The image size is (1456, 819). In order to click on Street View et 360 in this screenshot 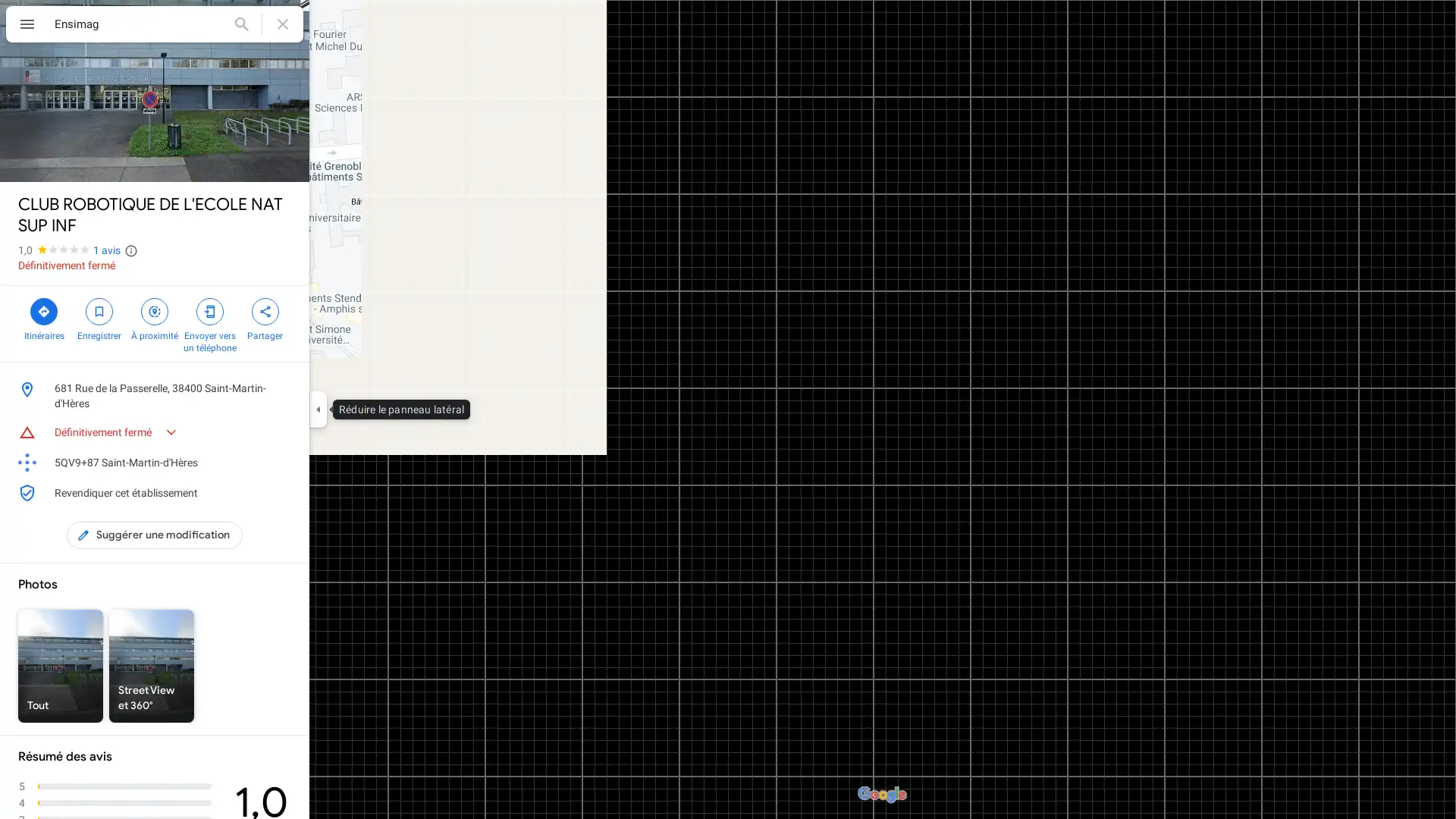, I will do `click(152, 665)`.